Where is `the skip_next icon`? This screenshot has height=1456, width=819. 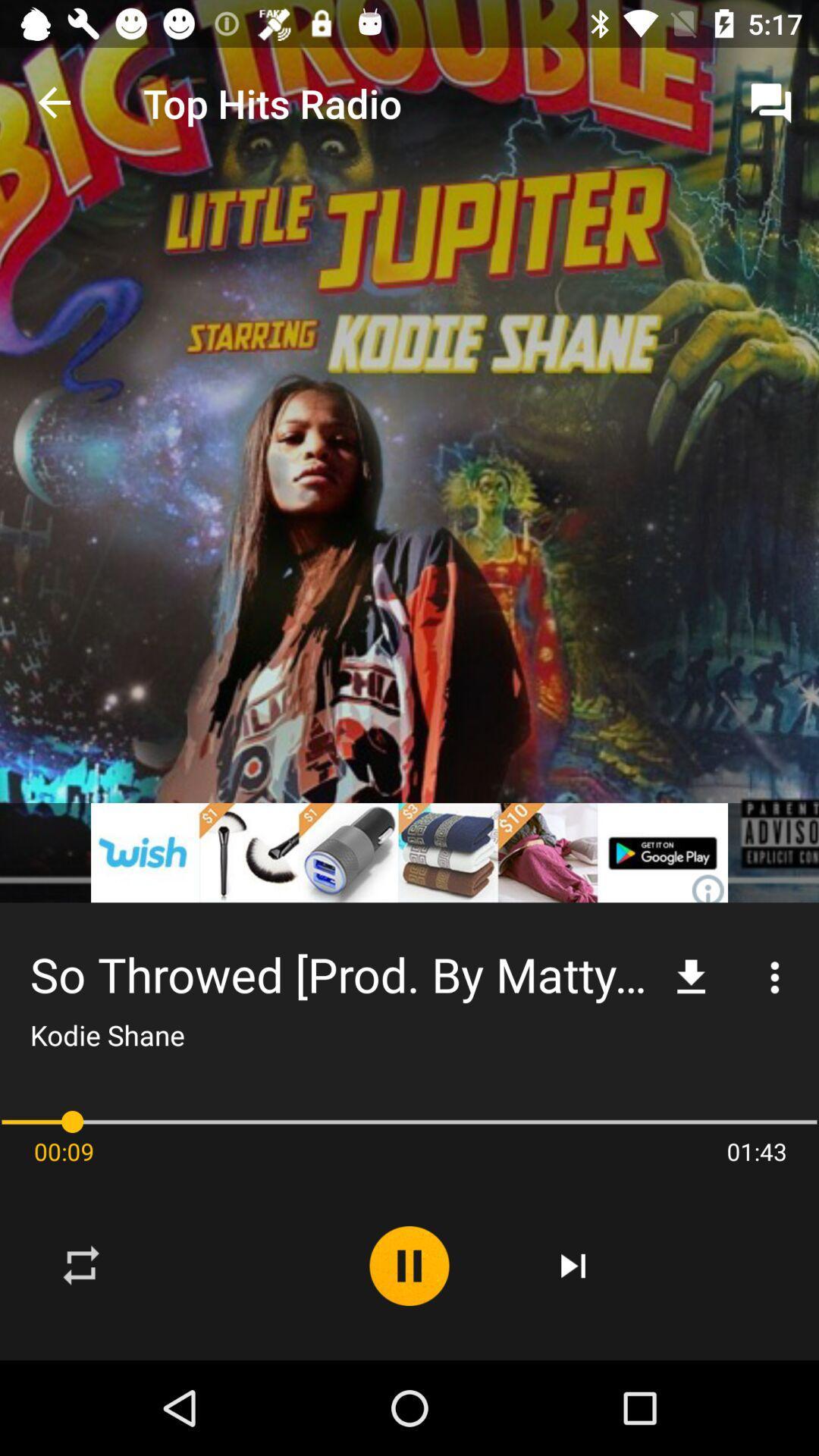
the skip_next icon is located at coordinates (573, 1266).